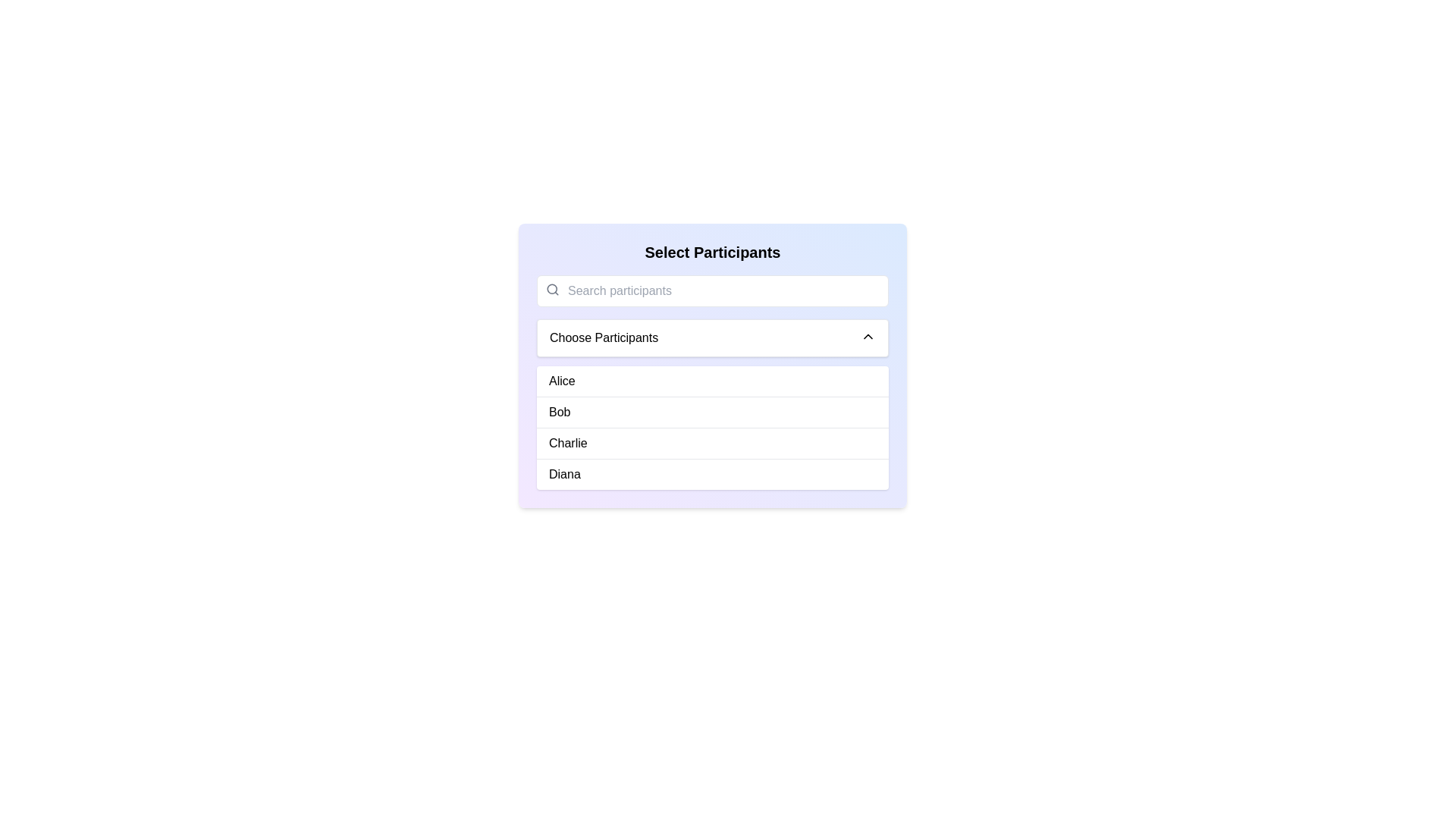 This screenshot has height=819, width=1456. What do you see at coordinates (712, 472) in the screenshot?
I see `the list item labeled 'Diana'` at bounding box center [712, 472].